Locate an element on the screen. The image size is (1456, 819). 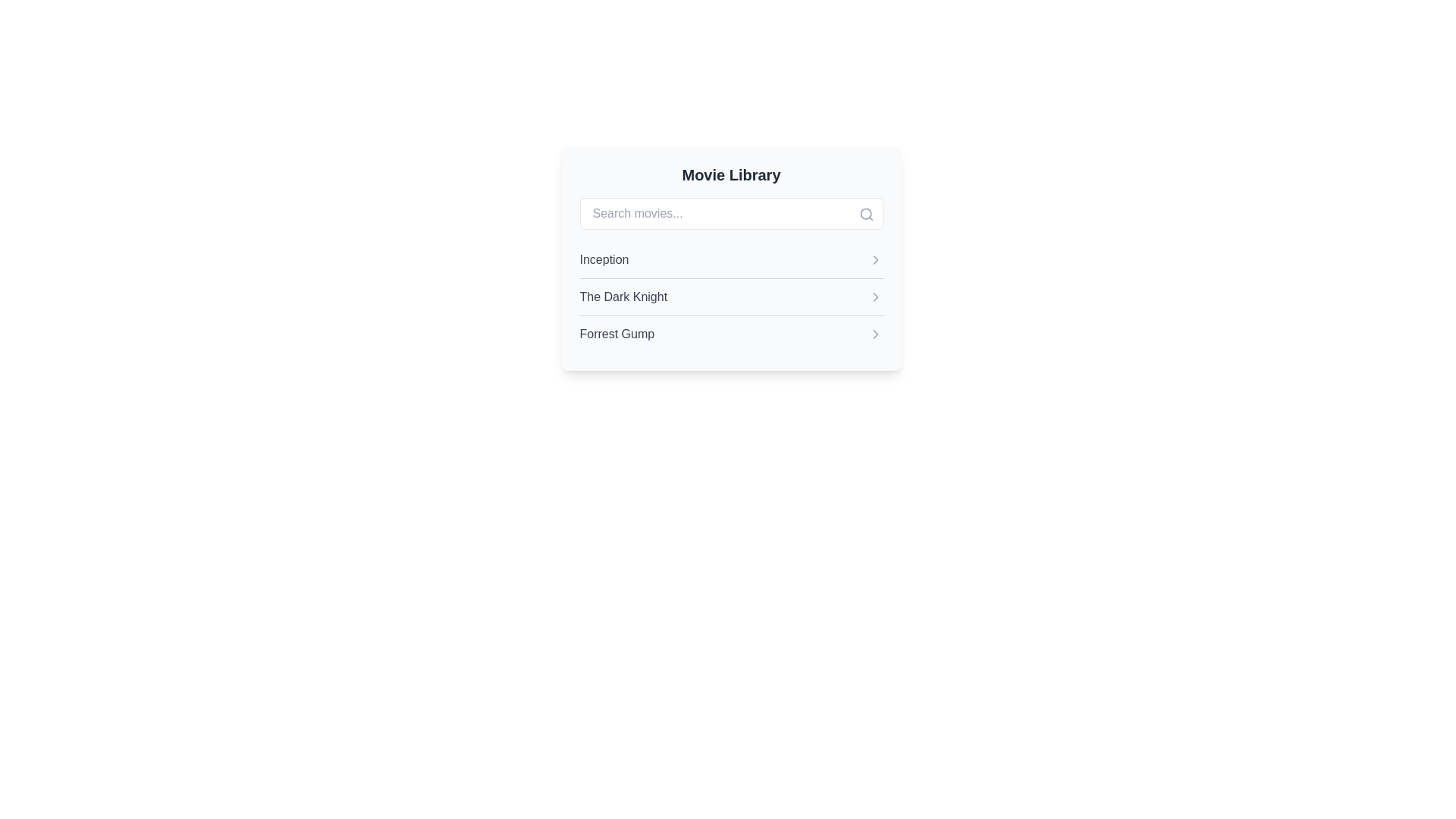
the circular icon part of the search bar in the 'Movie Library' UI module, which resembles a magnifying glass's lens is located at coordinates (865, 214).